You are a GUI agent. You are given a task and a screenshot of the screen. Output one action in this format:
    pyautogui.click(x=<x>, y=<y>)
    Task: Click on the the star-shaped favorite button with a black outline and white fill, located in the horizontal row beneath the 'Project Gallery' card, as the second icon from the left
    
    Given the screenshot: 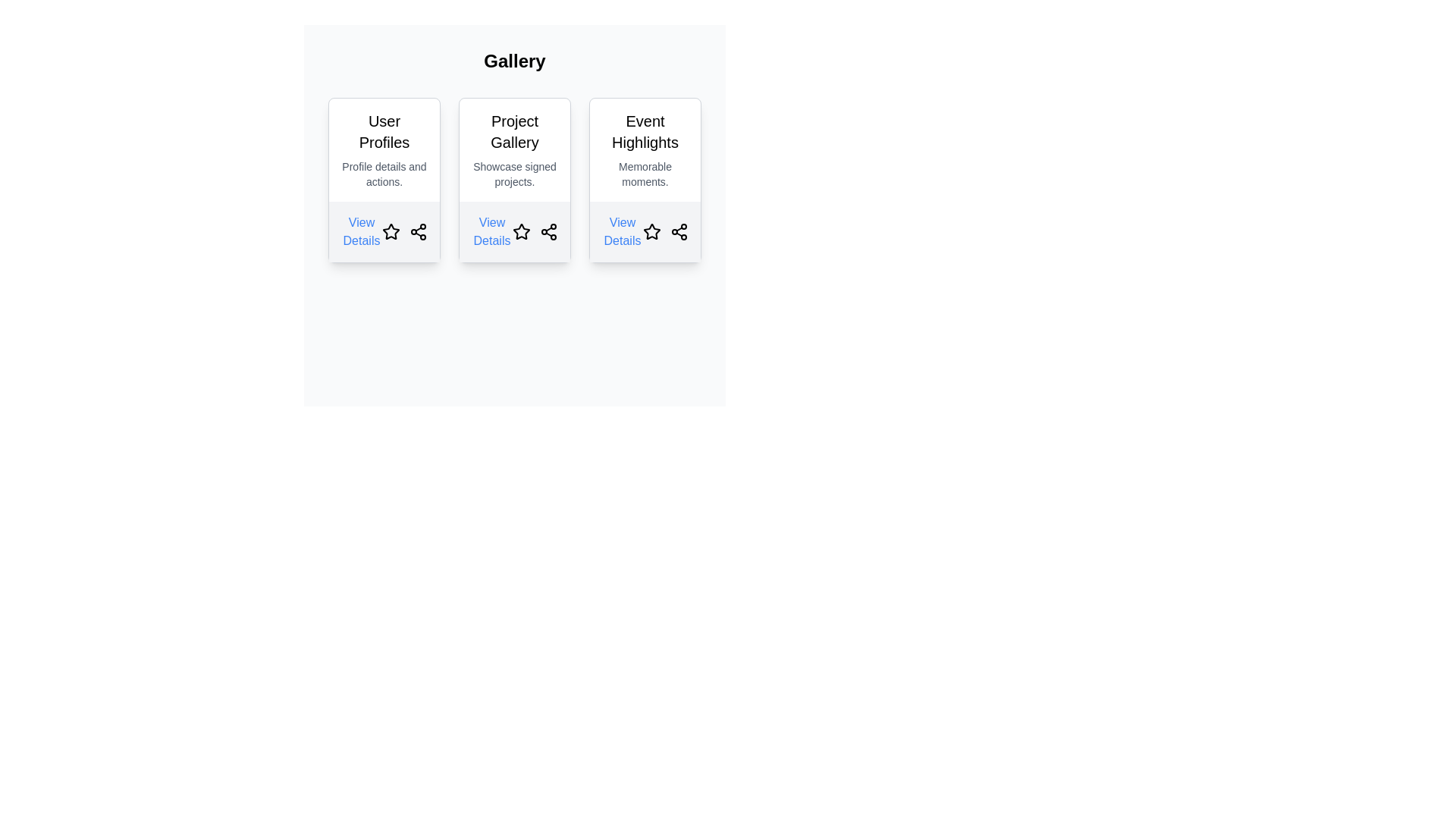 What is the action you would take?
    pyautogui.click(x=521, y=231)
    